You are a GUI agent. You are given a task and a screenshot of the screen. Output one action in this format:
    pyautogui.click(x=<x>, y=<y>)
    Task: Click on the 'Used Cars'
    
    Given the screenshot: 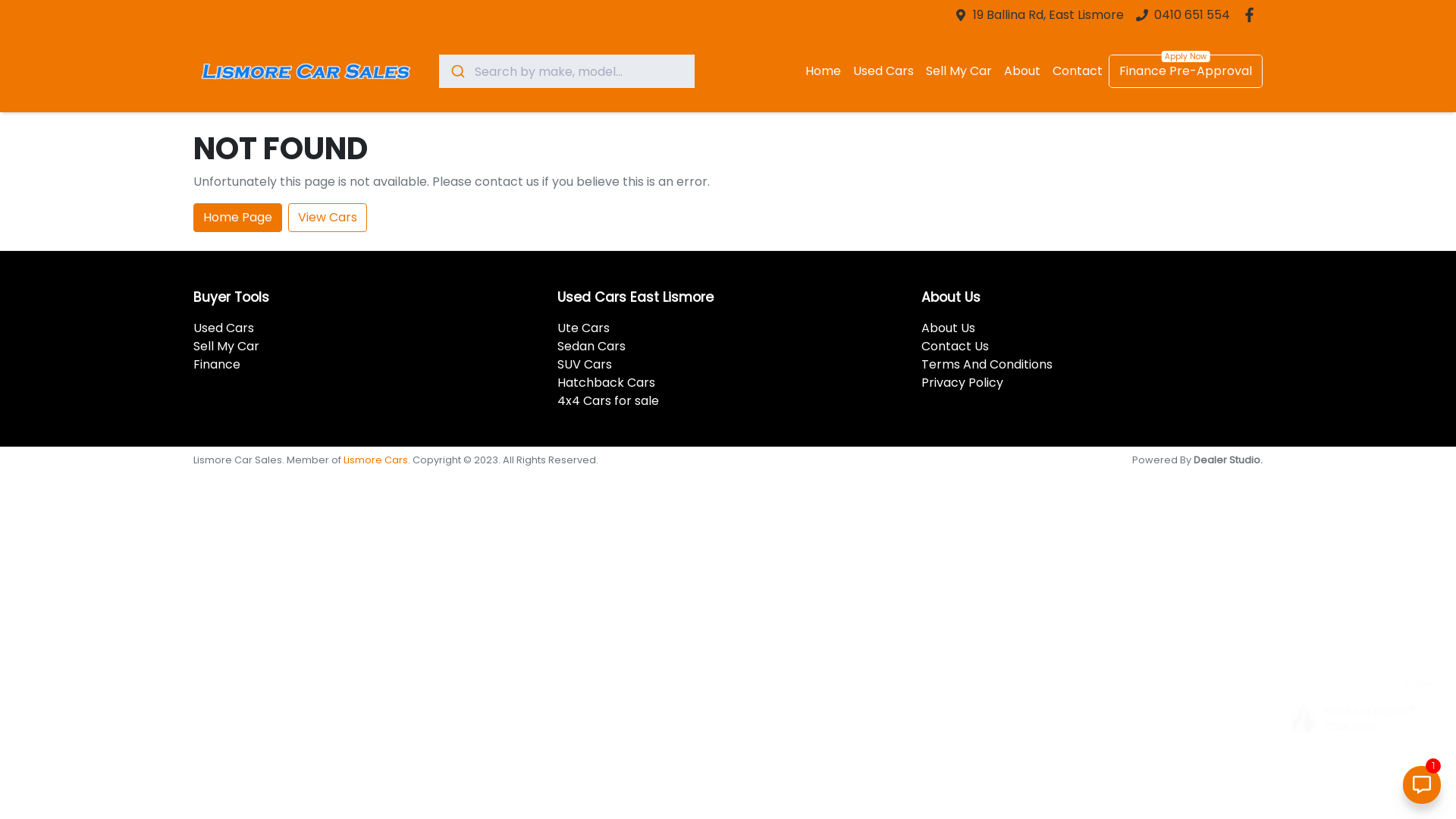 What is the action you would take?
    pyautogui.click(x=883, y=71)
    